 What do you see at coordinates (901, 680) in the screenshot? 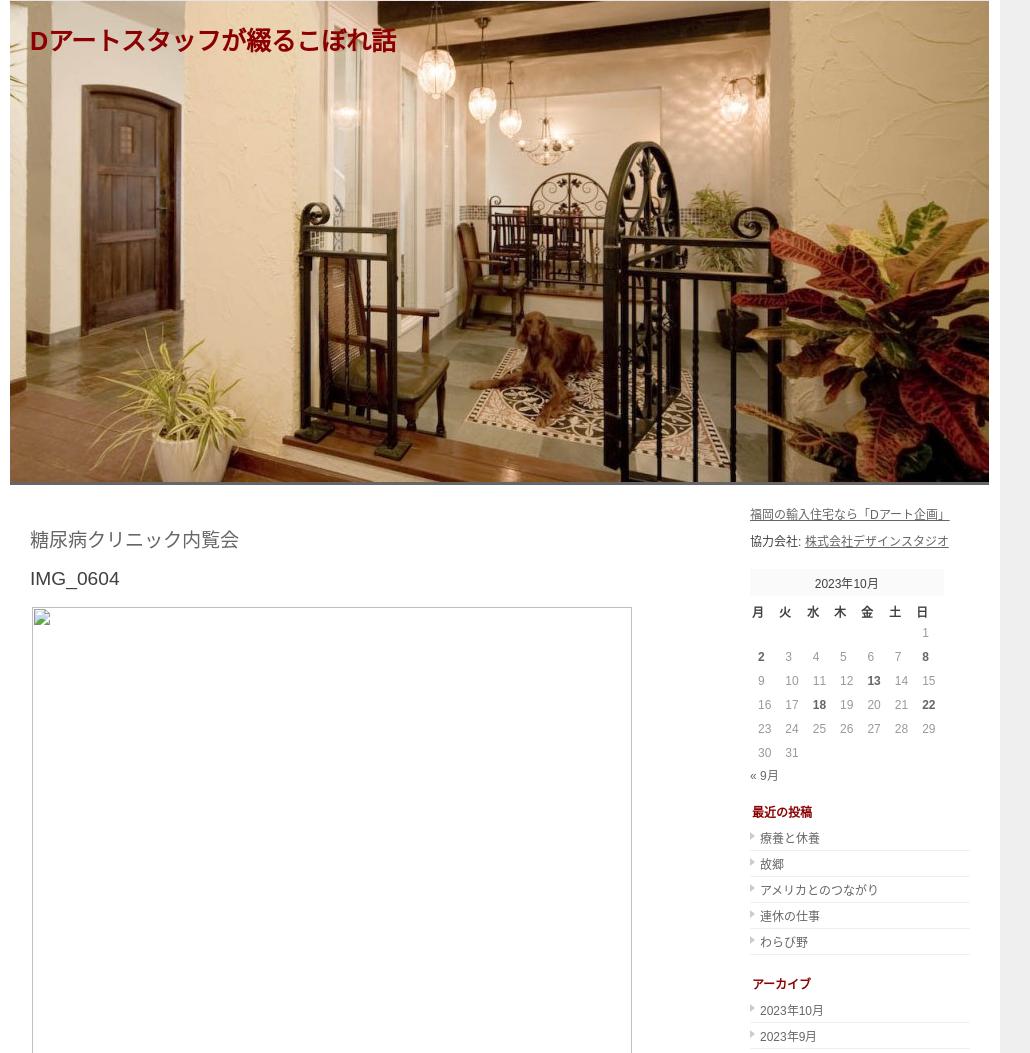
I see `'14'` at bounding box center [901, 680].